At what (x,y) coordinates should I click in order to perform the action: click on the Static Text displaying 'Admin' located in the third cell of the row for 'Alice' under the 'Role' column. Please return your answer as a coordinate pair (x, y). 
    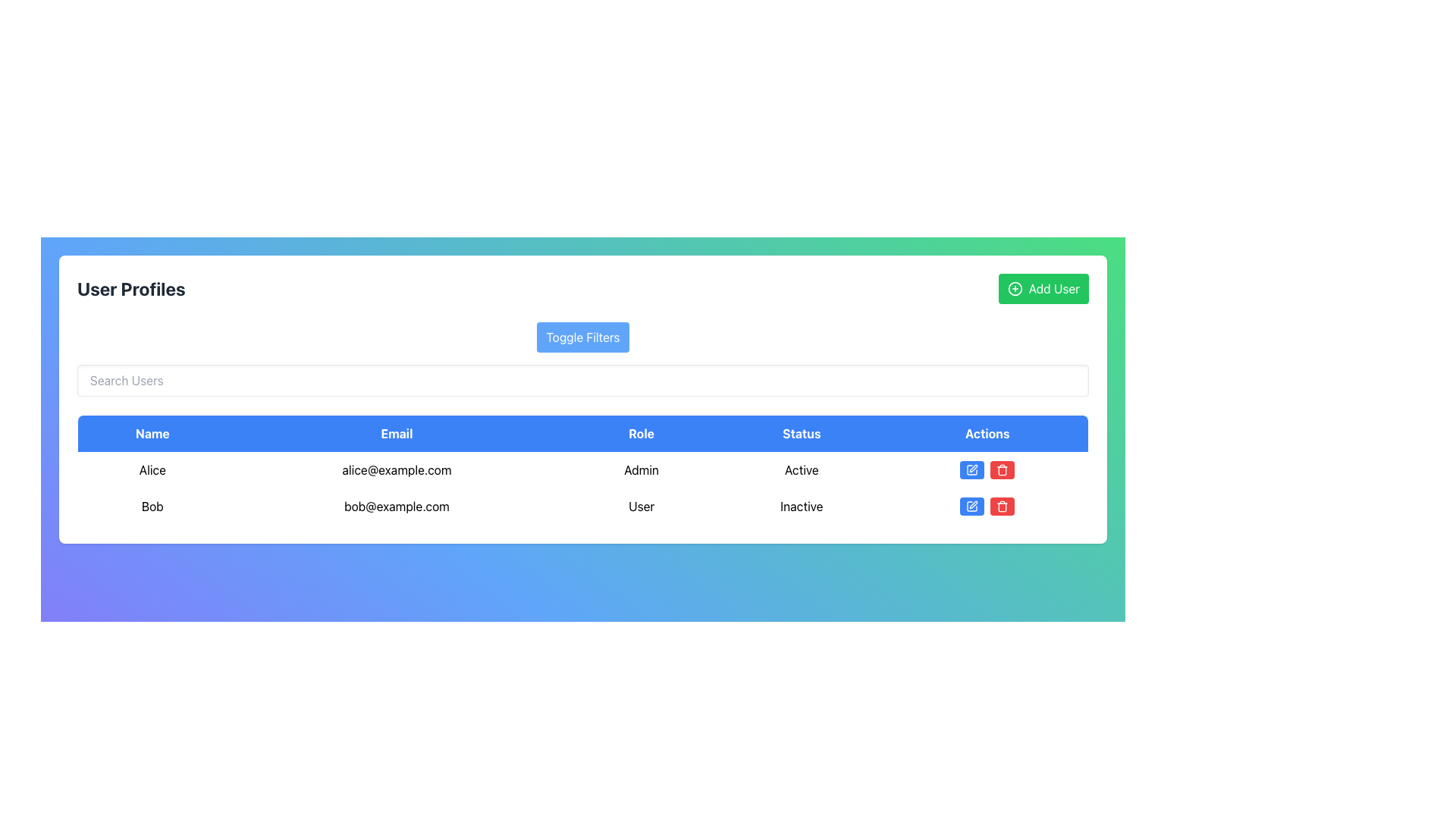
    Looking at the image, I should click on (642, 469).